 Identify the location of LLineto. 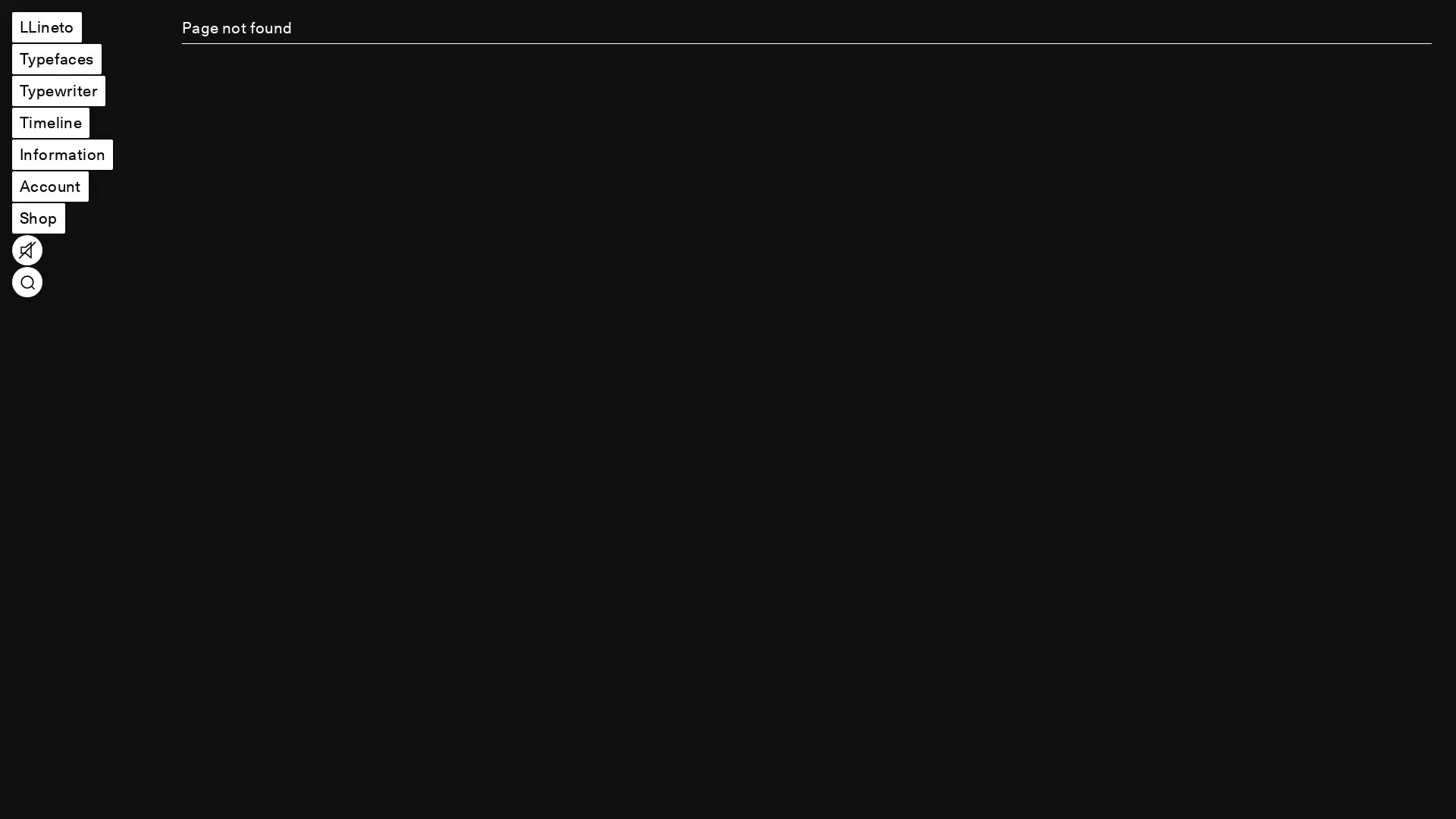
(46, 27).